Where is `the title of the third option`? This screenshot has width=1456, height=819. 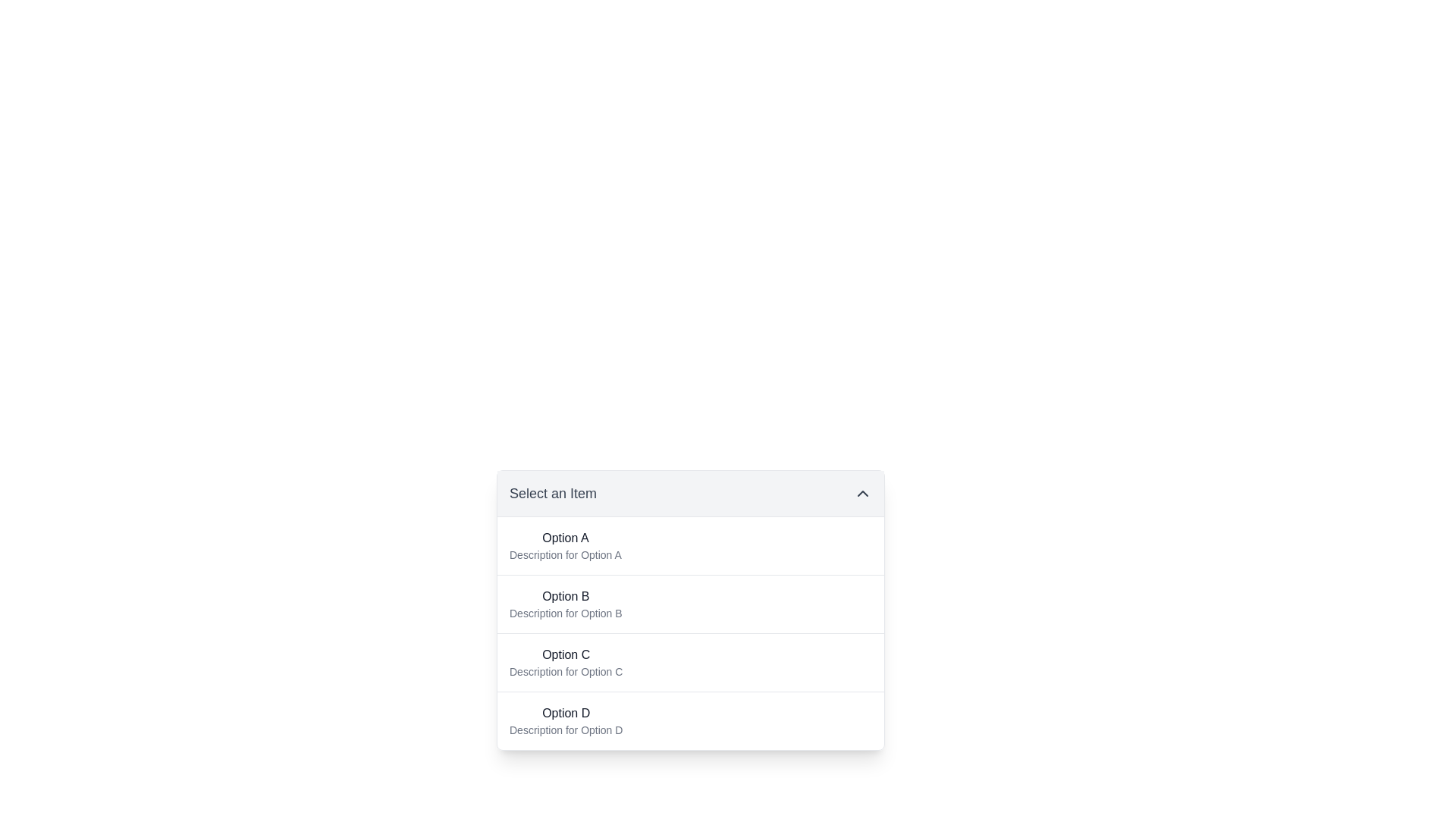 the title of the third option is located at coordinates (565, 654).